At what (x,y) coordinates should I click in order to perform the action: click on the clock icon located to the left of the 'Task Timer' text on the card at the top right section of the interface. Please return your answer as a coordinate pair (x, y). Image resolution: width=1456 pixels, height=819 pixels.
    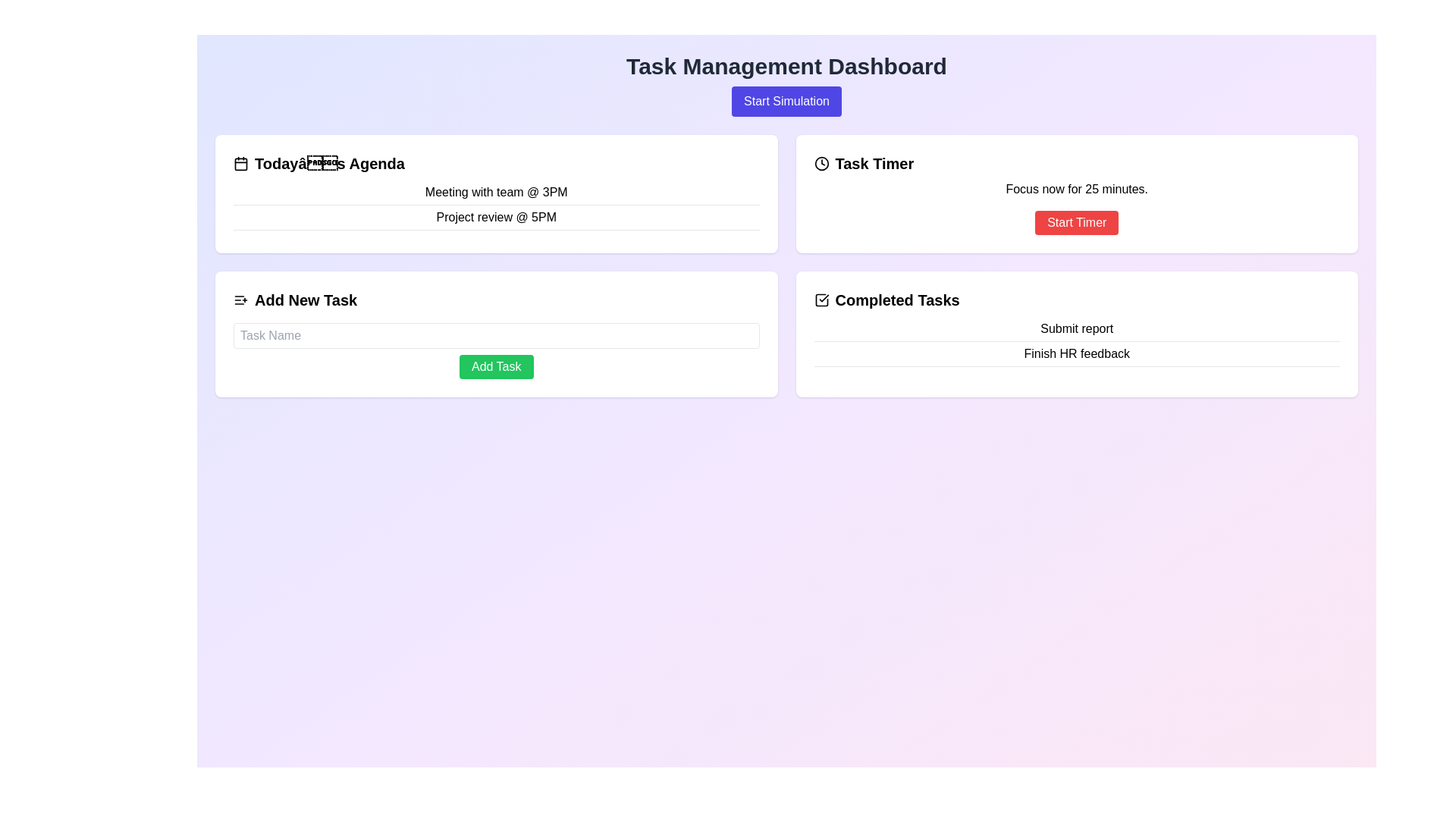
    Looking at the image, I should click on (821, 164).